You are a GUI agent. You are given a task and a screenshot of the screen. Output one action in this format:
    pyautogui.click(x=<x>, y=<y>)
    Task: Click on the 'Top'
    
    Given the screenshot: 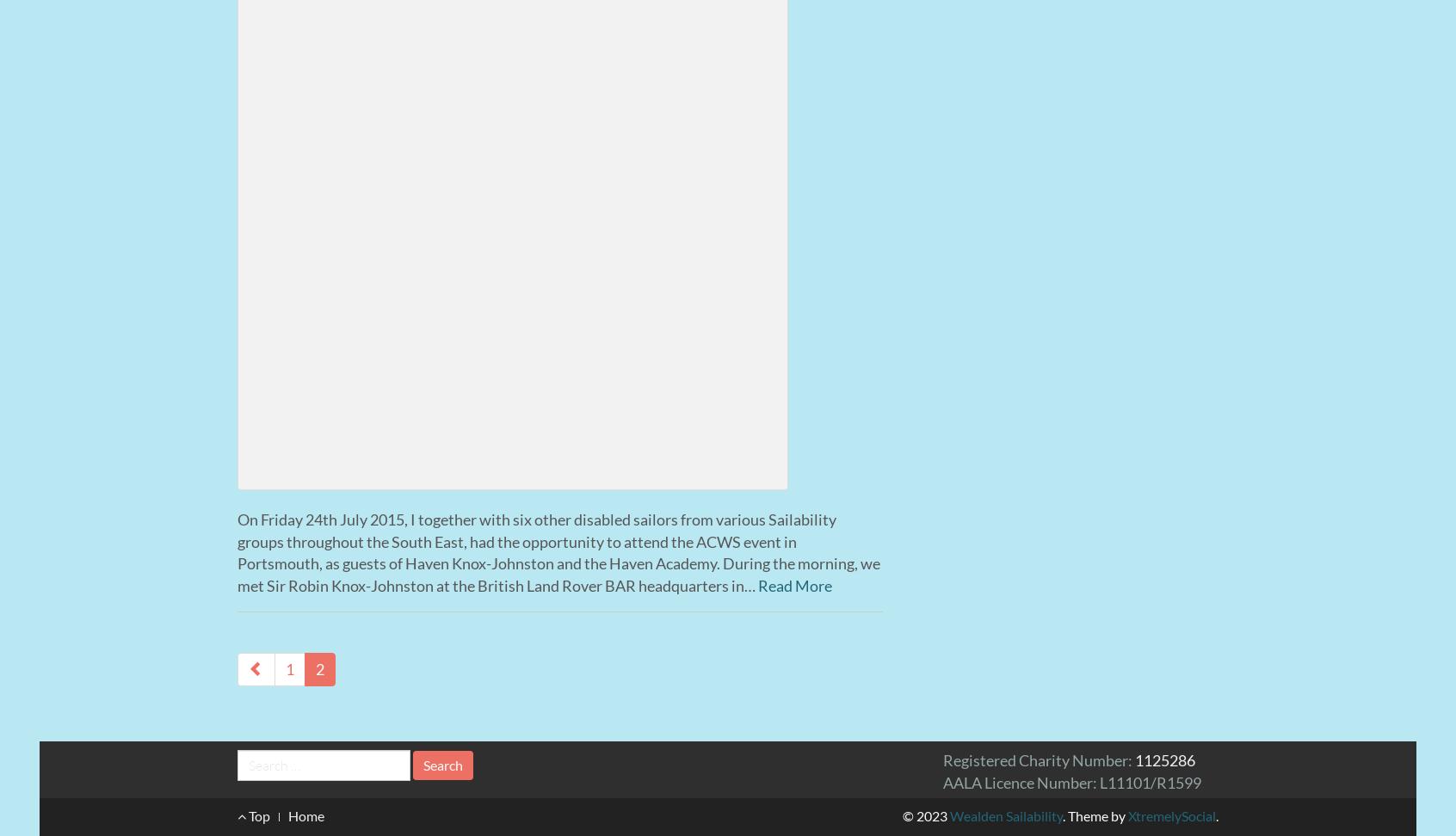 What is the action you would take?
    pyautogui.click(x=256, y=814)
    